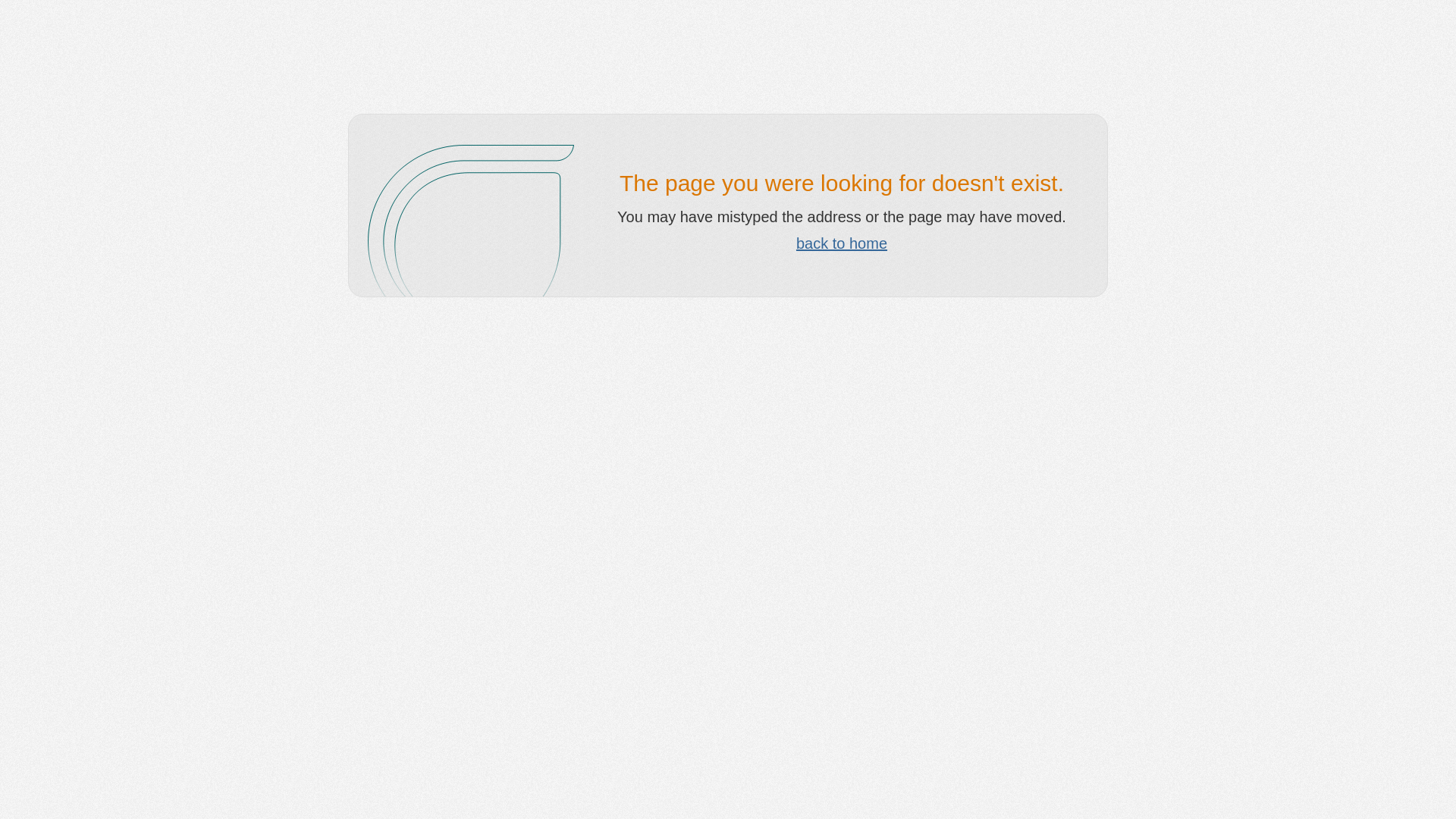 The image size is (1456, 819). I want to click on 'back to home', so click(840, 242).